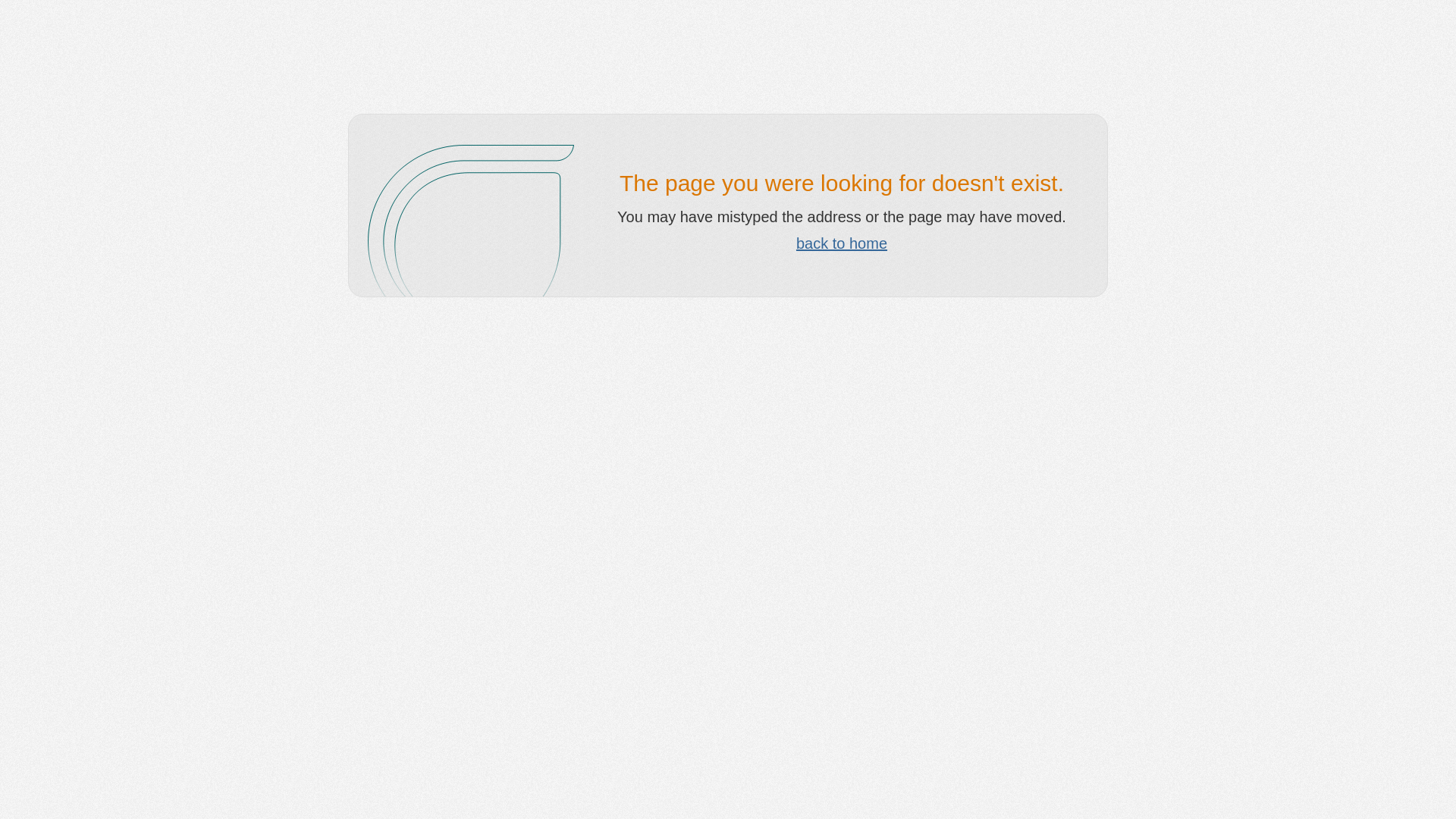 The image size is (1456, 819). I want to click on 'back to home', so click(840, 242).